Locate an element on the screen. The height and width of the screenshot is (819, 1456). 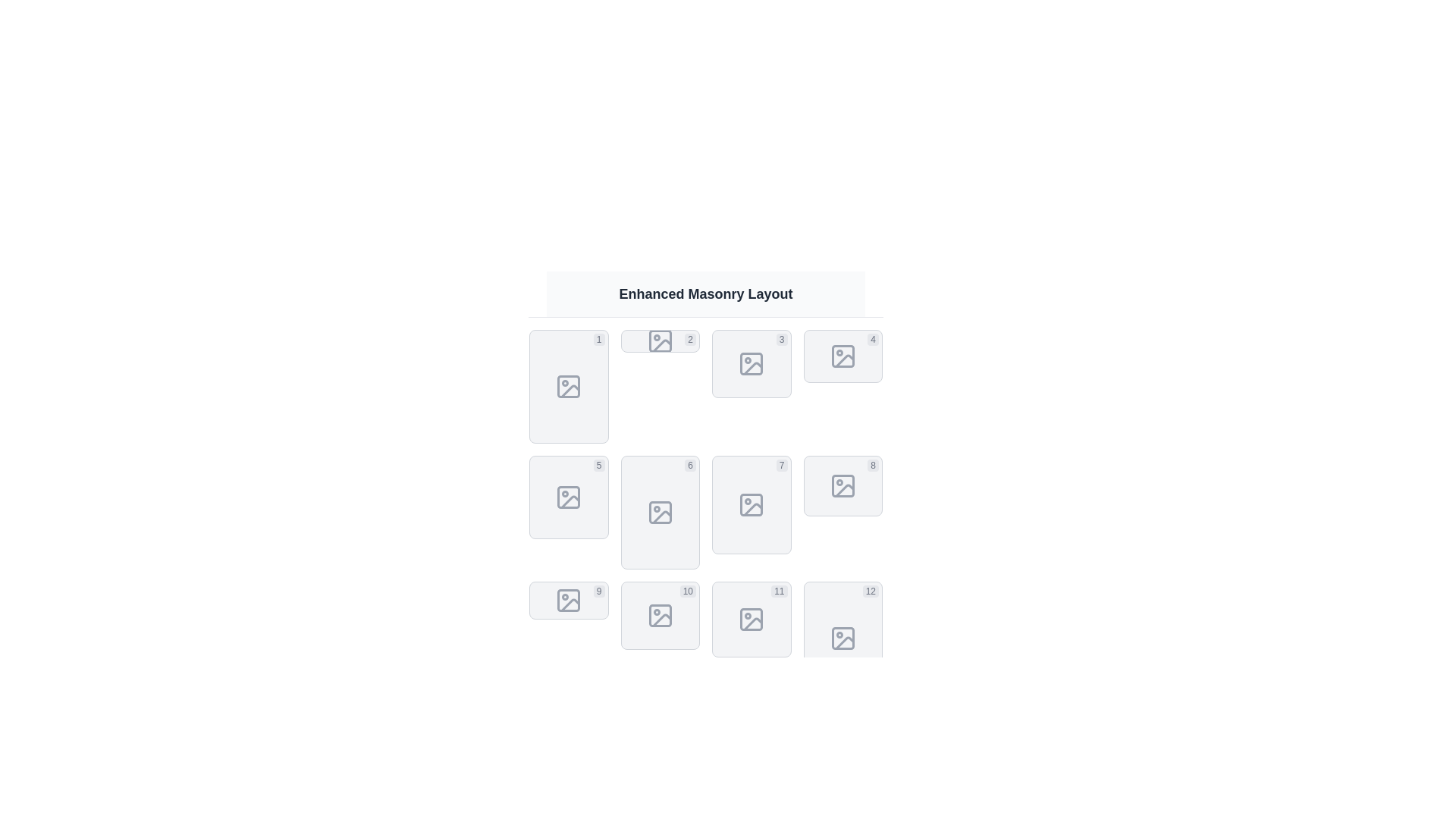
the central rectangular part of the icon component, which is the tenth entry in a grid layout of twelve items, representing an image with rounded corners is located at coordinates (660, 616).